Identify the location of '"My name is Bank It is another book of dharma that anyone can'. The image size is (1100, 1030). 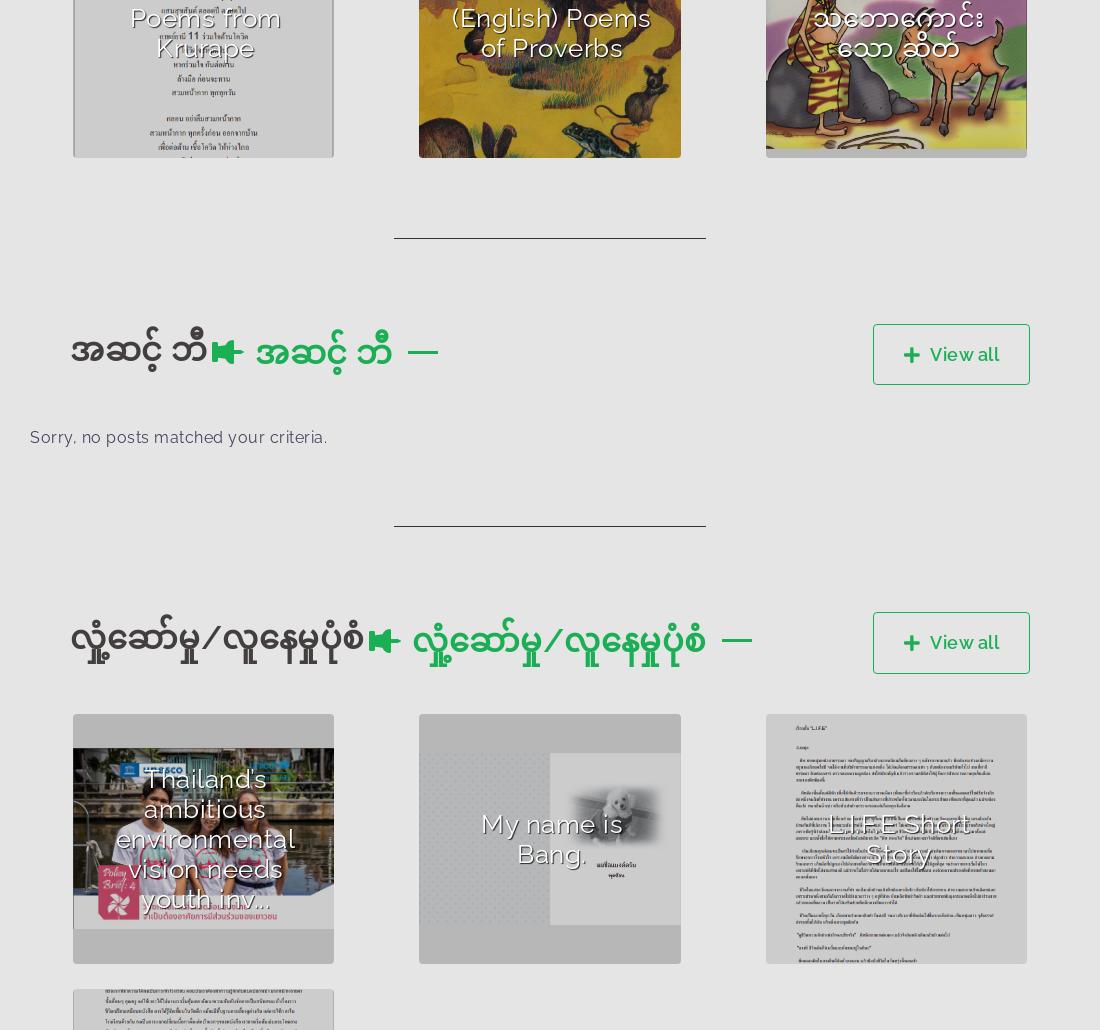
(446, 847).